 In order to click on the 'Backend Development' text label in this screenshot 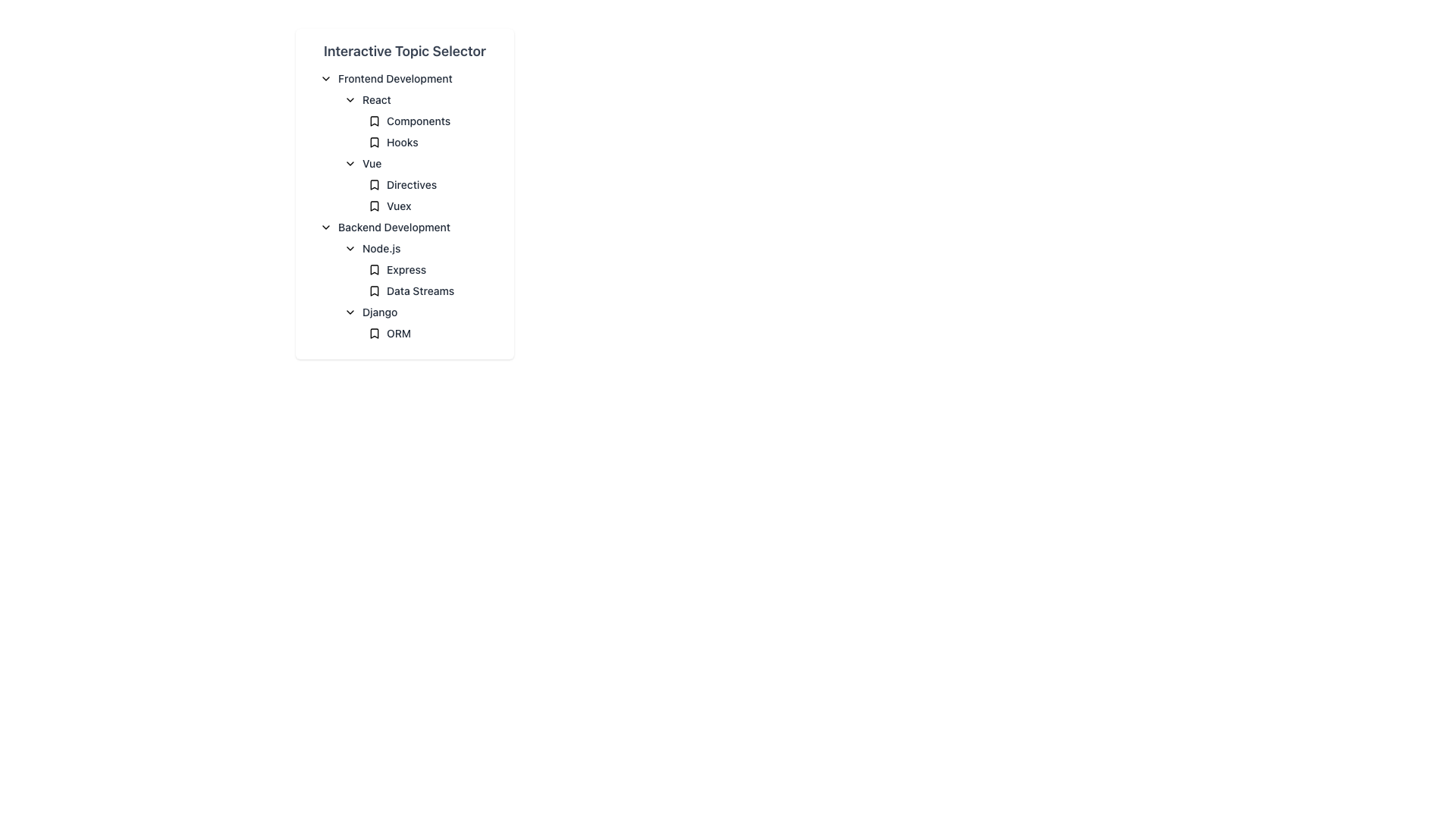, I will do `click(394, 227)`.